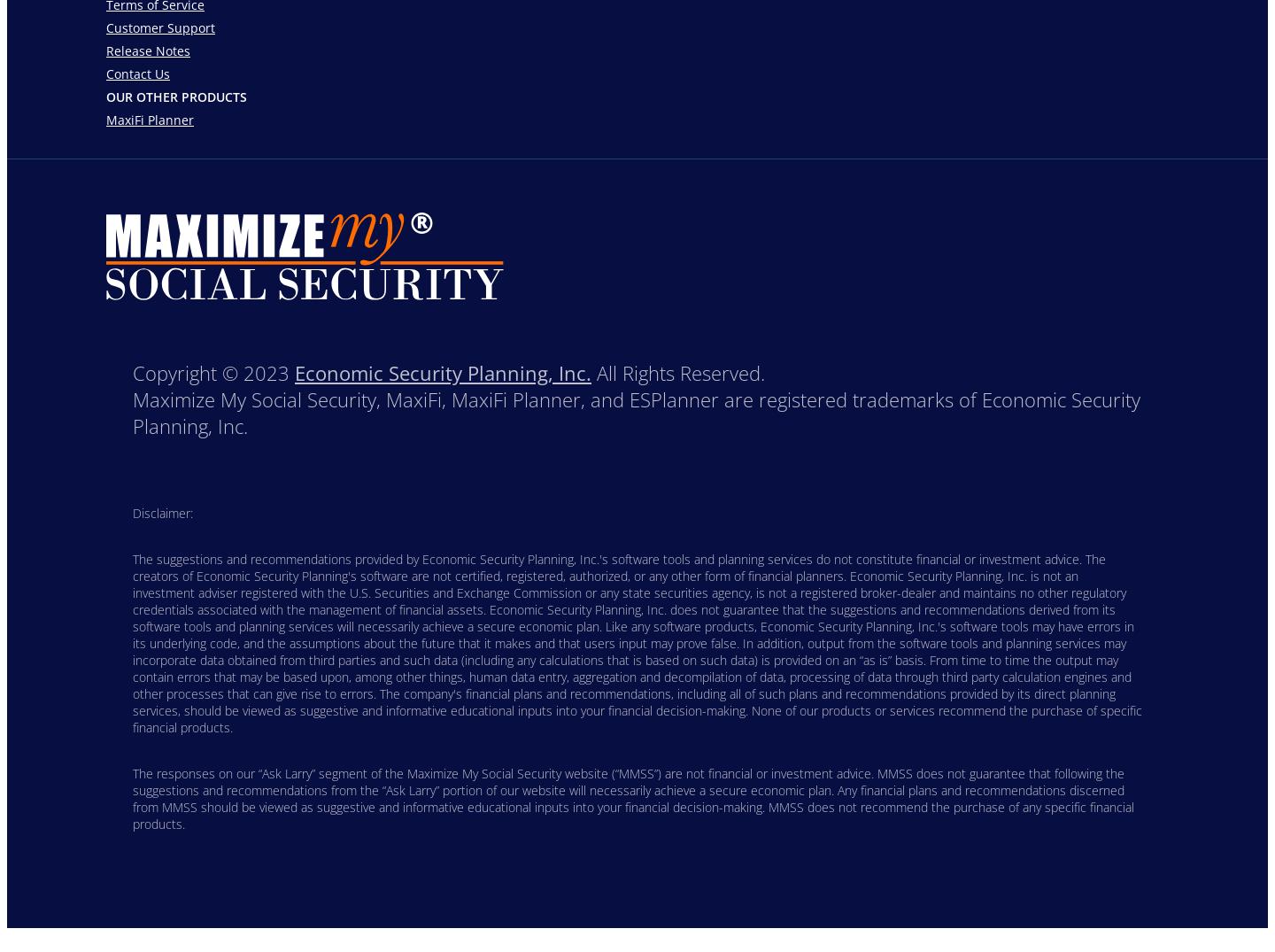 Image resolution: width=1275 pixels, height=952 pixels. I want to click on 'MaxiFi Planner', so click(149, 119).